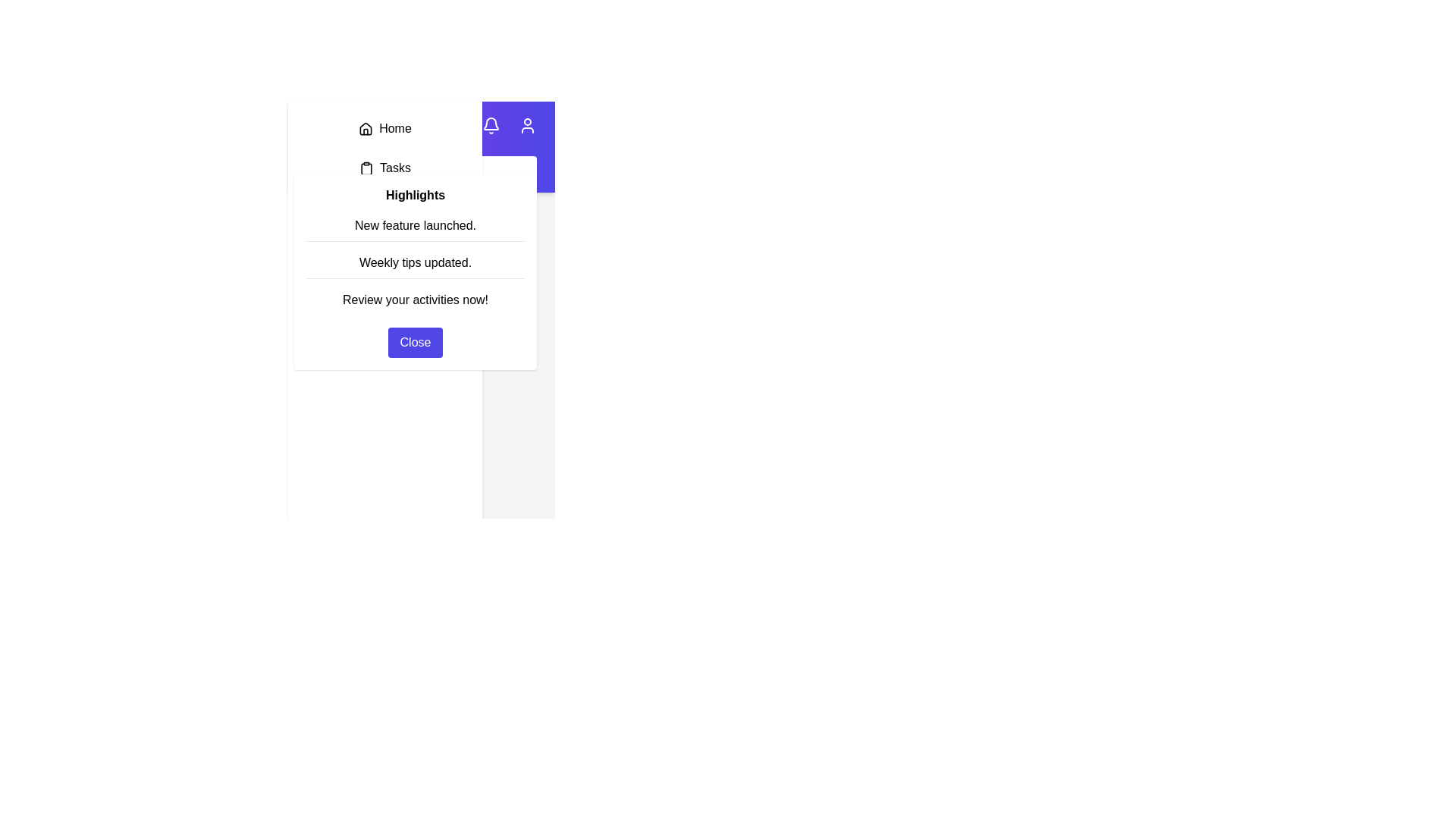 This screenshot has width=1456, height=819. Describe the element at coordinates (366, 128) in the screenshot. I see `the small house-shaped icon in the horizontal menu labeled 'Home', which is positioned to the left of the text` at that location.